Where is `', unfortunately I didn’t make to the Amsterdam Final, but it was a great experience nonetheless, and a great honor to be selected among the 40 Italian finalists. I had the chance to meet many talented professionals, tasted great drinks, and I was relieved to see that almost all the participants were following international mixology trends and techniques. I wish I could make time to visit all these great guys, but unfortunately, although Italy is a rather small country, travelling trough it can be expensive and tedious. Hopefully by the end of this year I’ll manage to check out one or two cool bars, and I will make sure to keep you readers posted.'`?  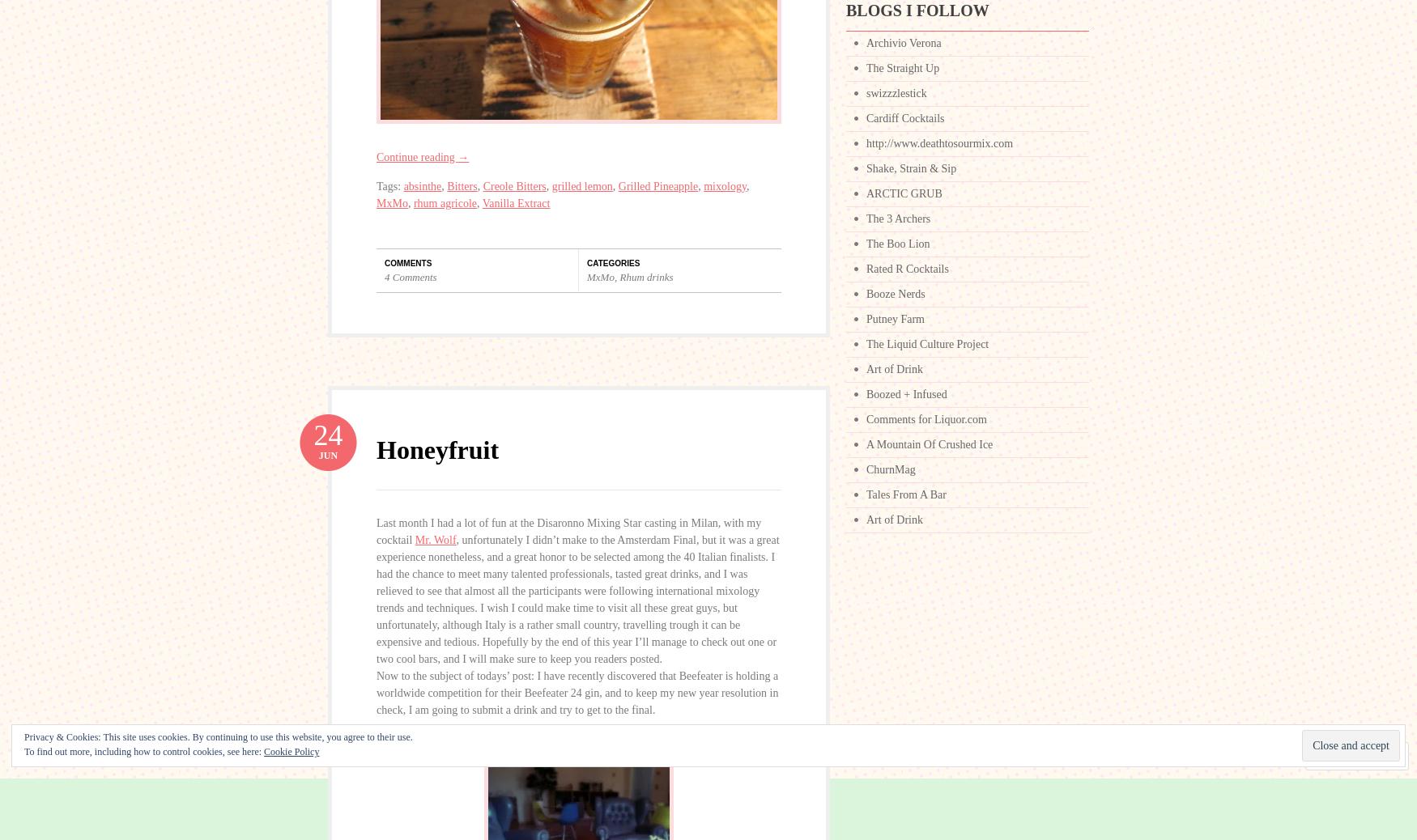 ', unfortunately I didn’t make to the Amsterdam Final, but it was a great experience nonetheless, and a great honor to be selected among the 40 Italian finalists. I had the chance to meet many talented professionals, tasted great drinks, and I was relieved to see that almost all the participants were following international mixology trends and techniques. I wish I could make time to visit all these great guys, but unfortunately, although Italy is a rather small country, travelling trough it can be expensive and tedious. Hopefully by the end of this year I’ll manage to check out one or two cool bars, and I will make sure to keep you readers posted.' is located at coordinates (577, 597).